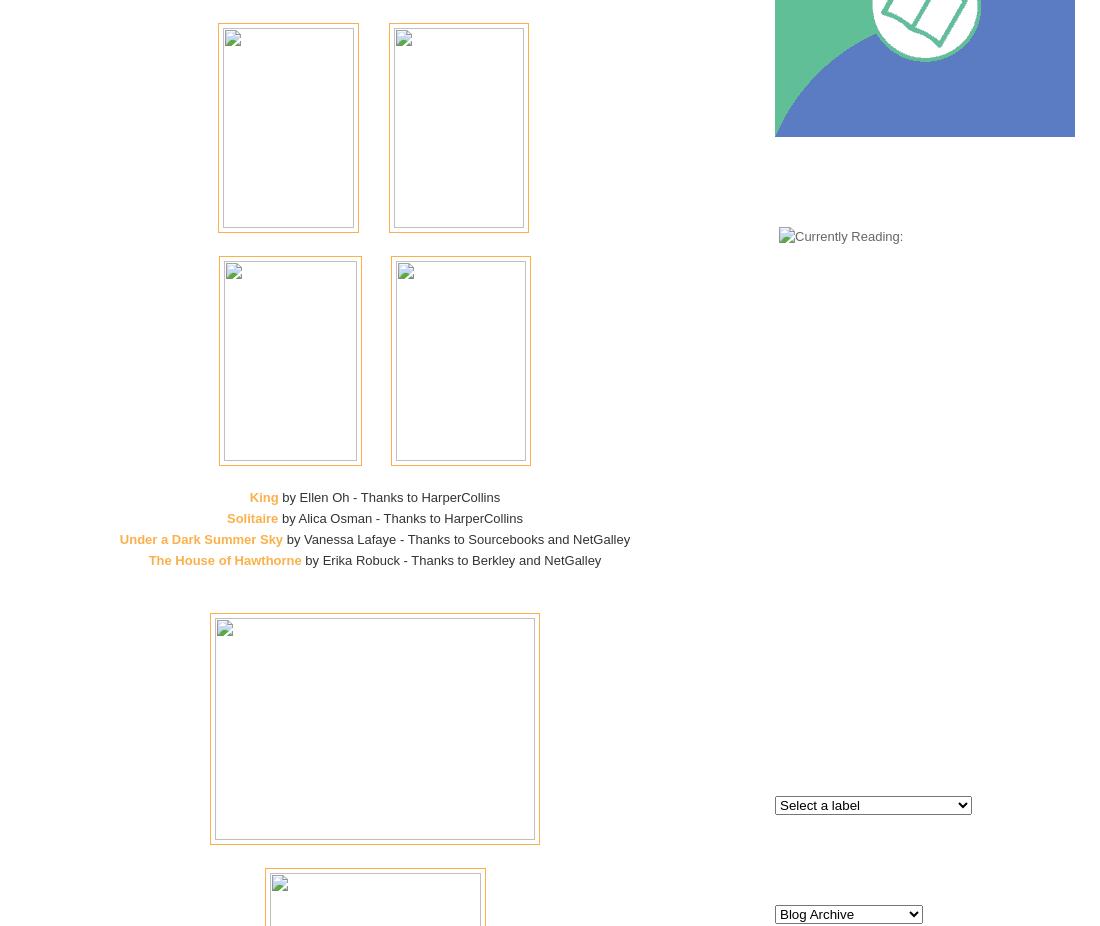  Describe the element at coordinates (388, 496) in the screenshot. I see `'by Ellen Oh - Thanks to HarperCollins'` at that location.